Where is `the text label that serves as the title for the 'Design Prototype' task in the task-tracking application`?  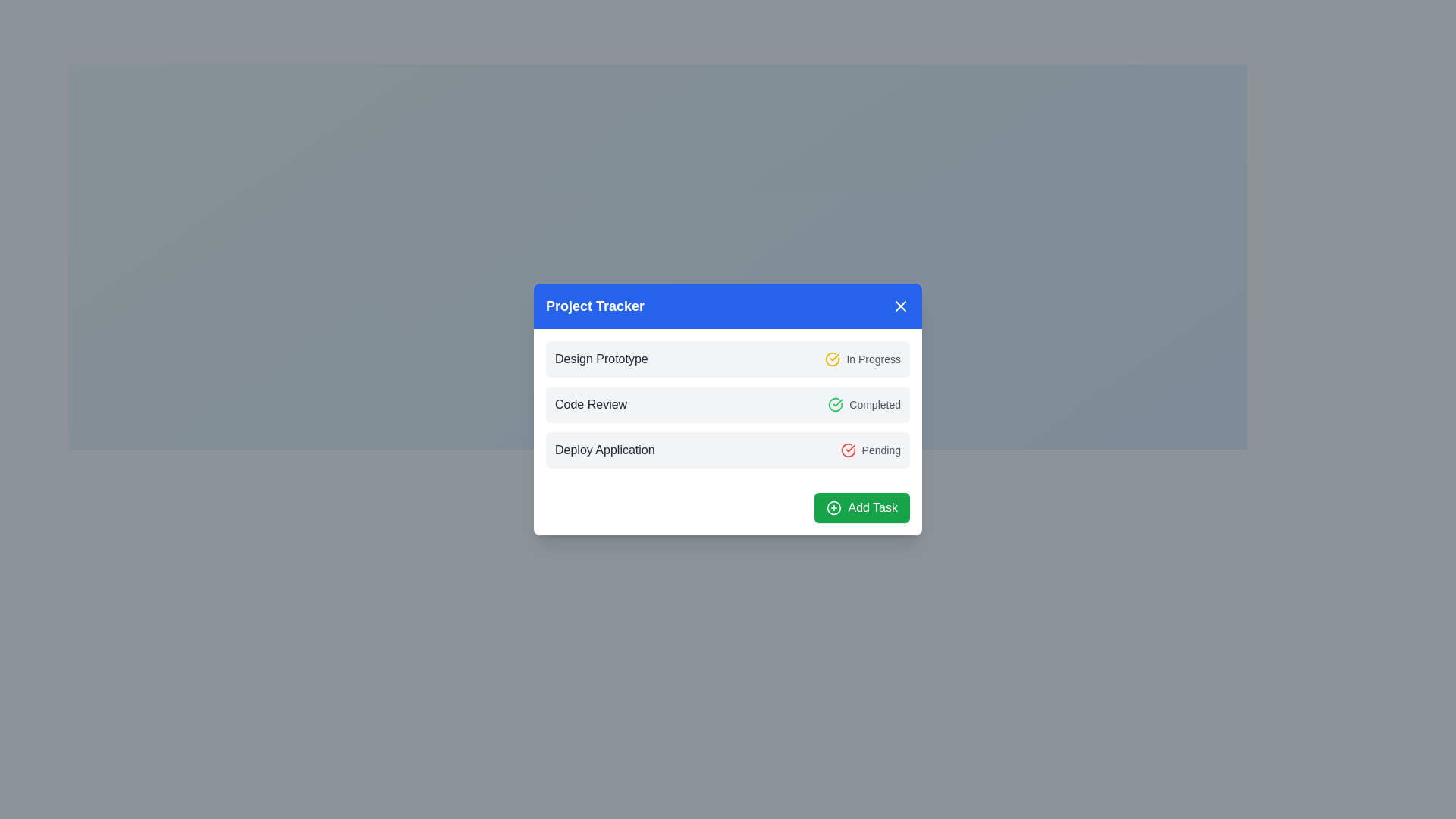 the text label that serves as the title for the 'Design Prototype' task in the task-tracking application is located at coordinates (601, 359).